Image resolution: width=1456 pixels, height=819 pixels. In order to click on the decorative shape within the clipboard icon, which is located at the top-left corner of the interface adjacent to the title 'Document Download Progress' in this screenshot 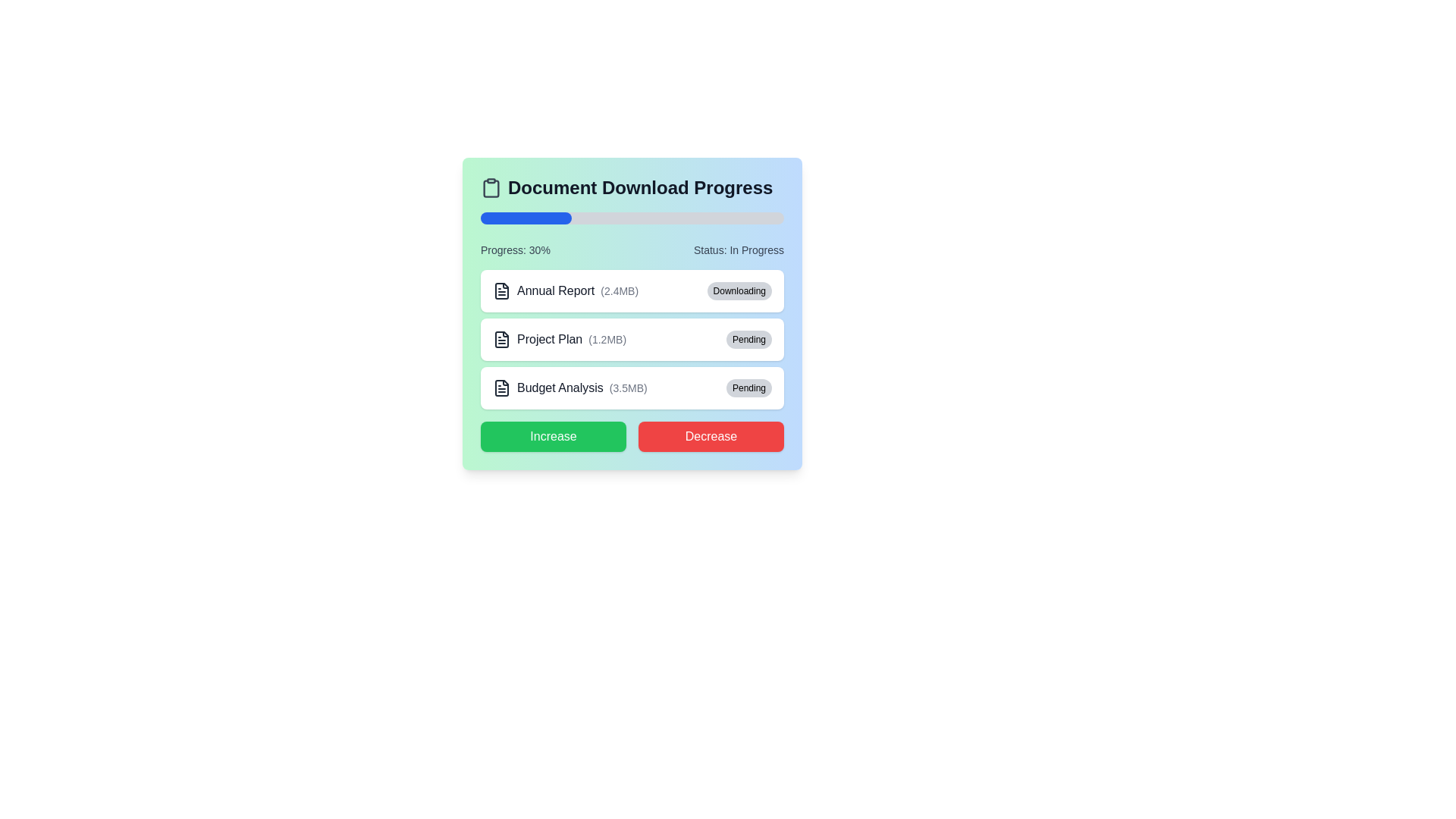, I will do `click(491, 188)`.